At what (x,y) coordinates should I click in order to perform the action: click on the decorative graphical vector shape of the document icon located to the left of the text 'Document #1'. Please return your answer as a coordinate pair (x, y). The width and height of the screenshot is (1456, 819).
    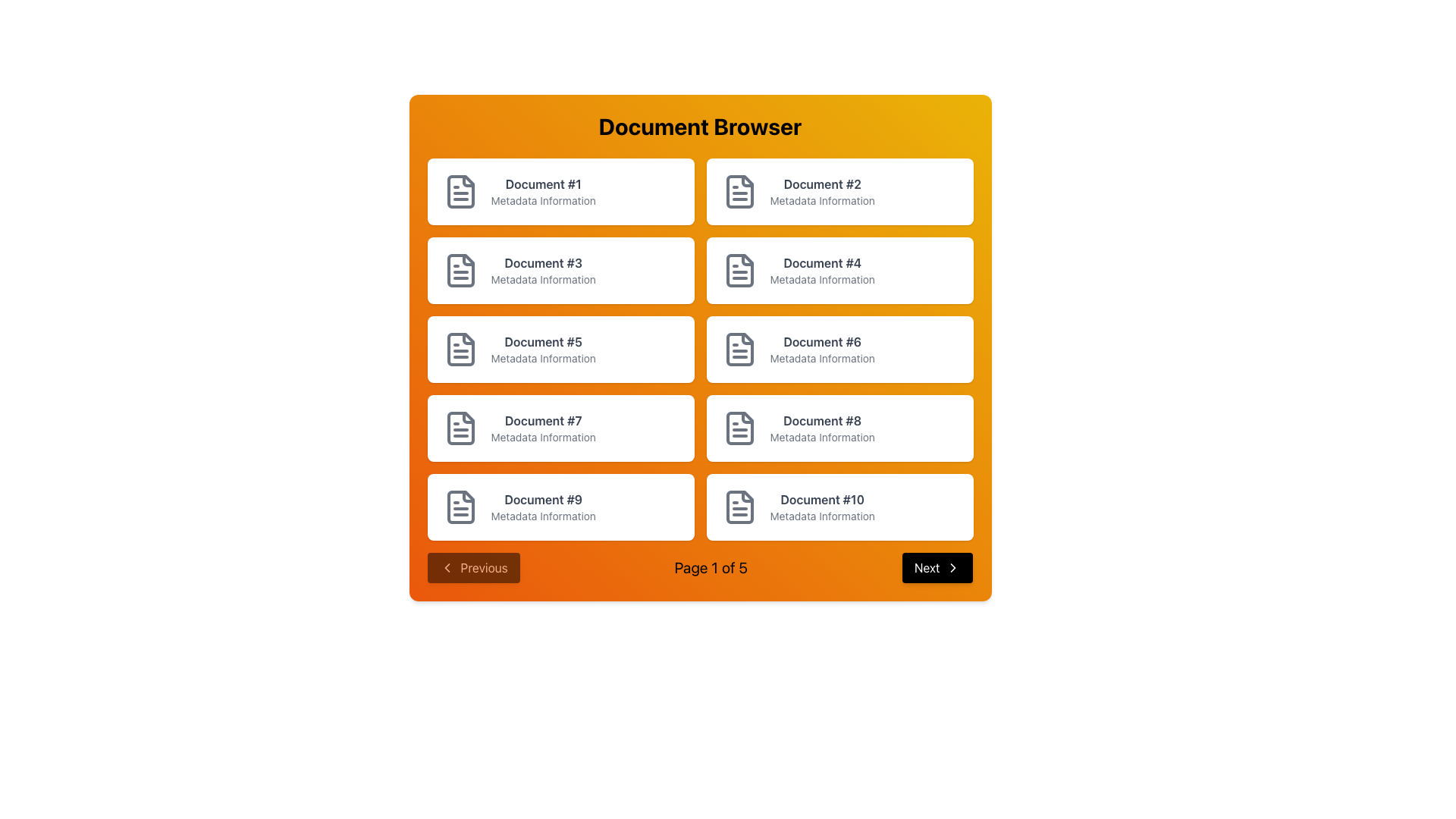
    Looking at the image, I should click on (467, 180).